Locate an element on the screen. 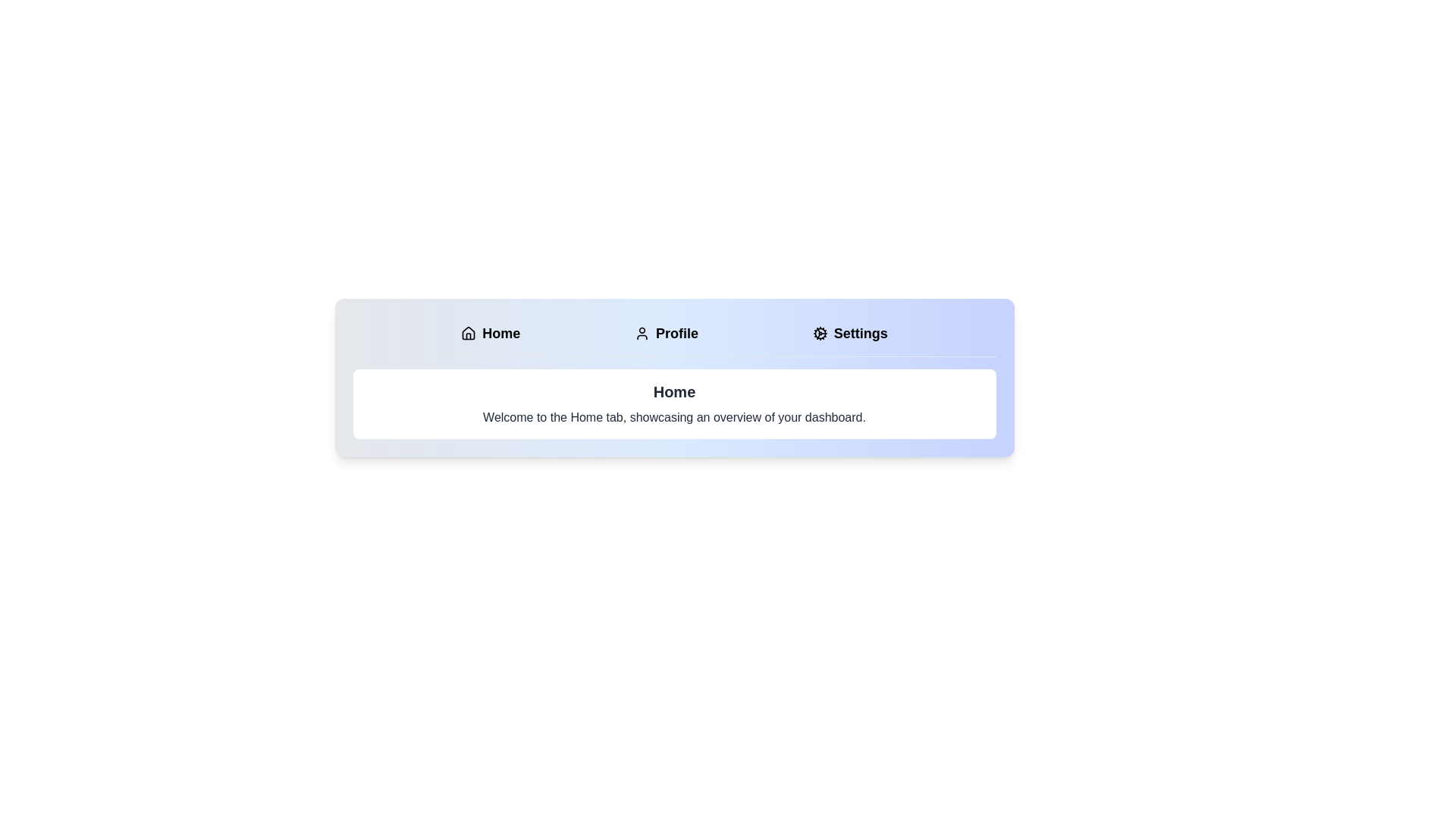  the informational Text block that describes the 'Home' section of the application, located underneath the tab navigation and above the buttons labeled 'Home,' 'Profile,' and 'Settings.' is located at coordinates (673, 403).